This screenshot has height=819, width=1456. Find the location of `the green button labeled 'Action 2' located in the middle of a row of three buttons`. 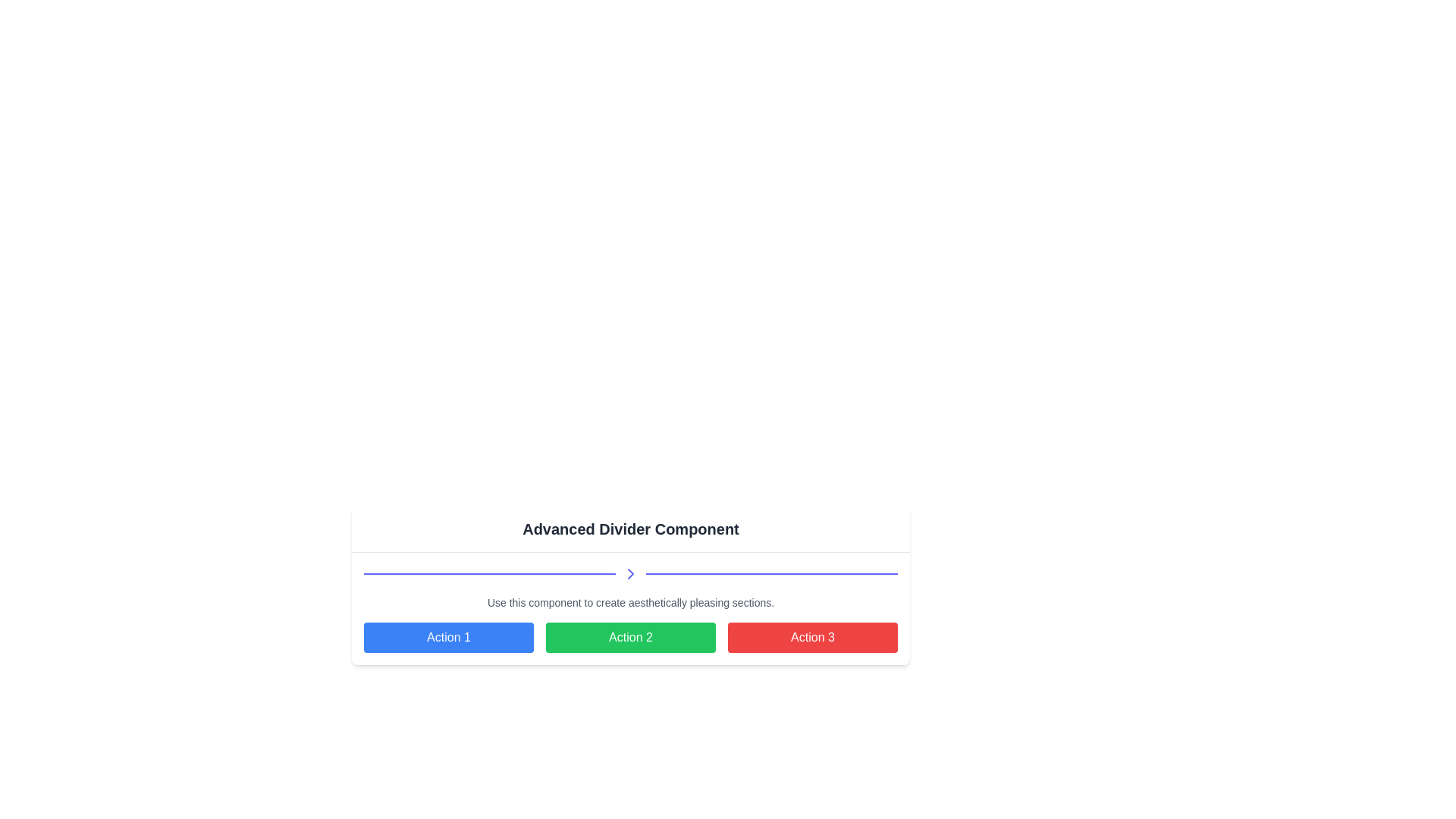

the green button labeled 'Action 2' located in the middle of a row of three buttons is located at coordinates (630, 637).